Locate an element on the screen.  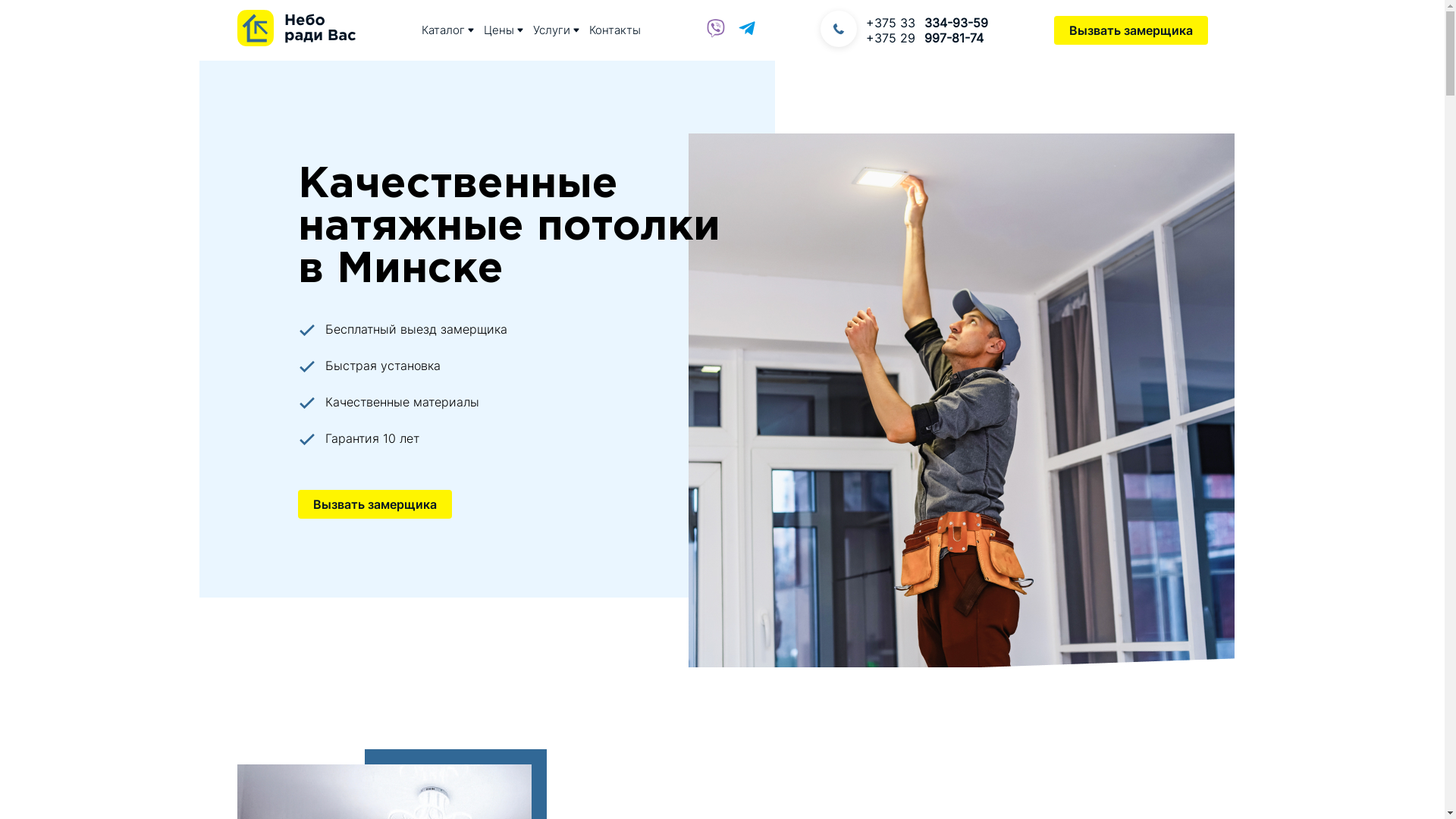
'+375 33 is located at coordinates (866, 23).